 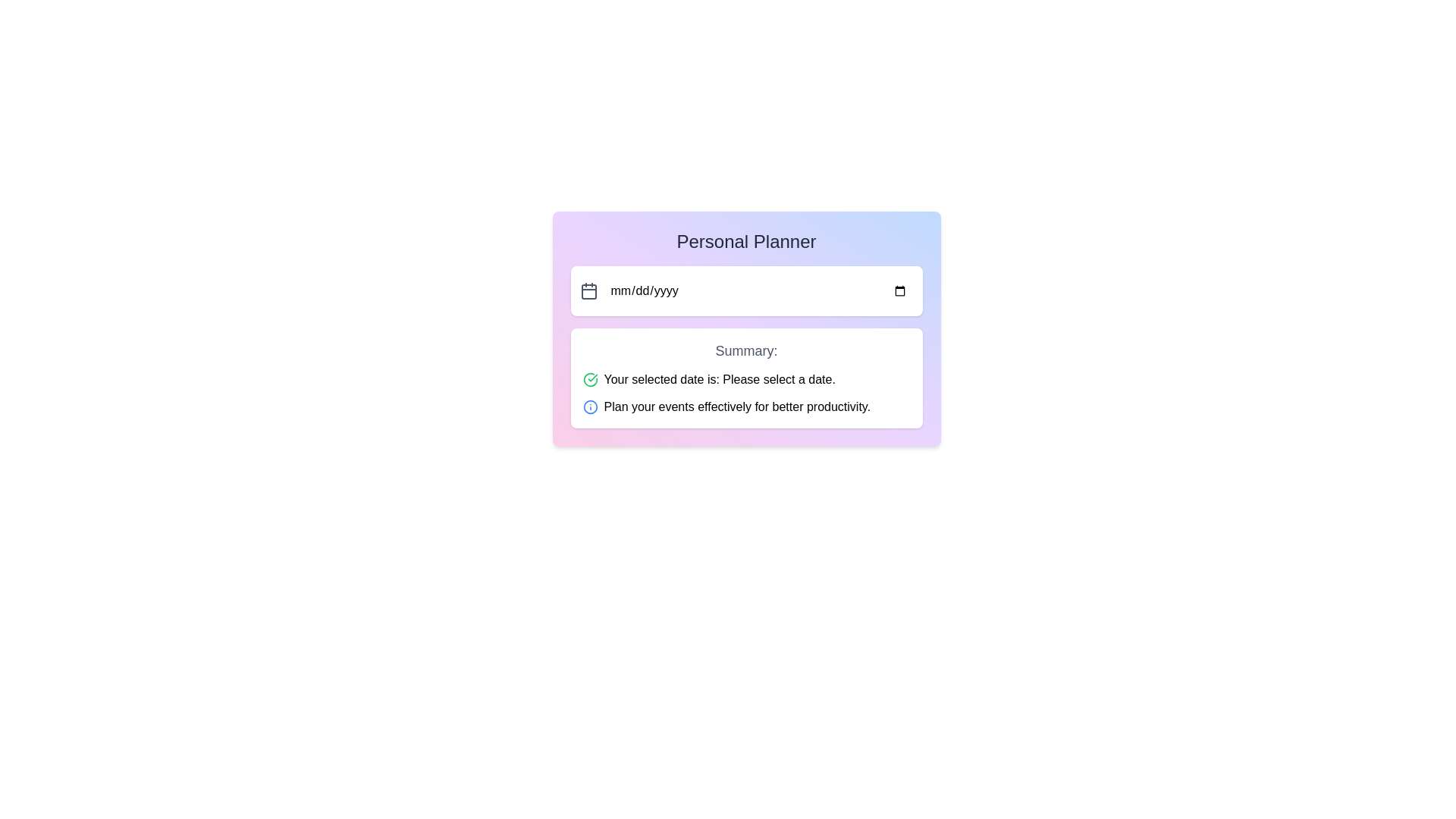 I want to click on text message displaying 'Your selected date is: Please select a date.' located in the 'Summary' section of the panel, above the message 'Plan your events effectively for better productivity.', so click(x=746, y=379).